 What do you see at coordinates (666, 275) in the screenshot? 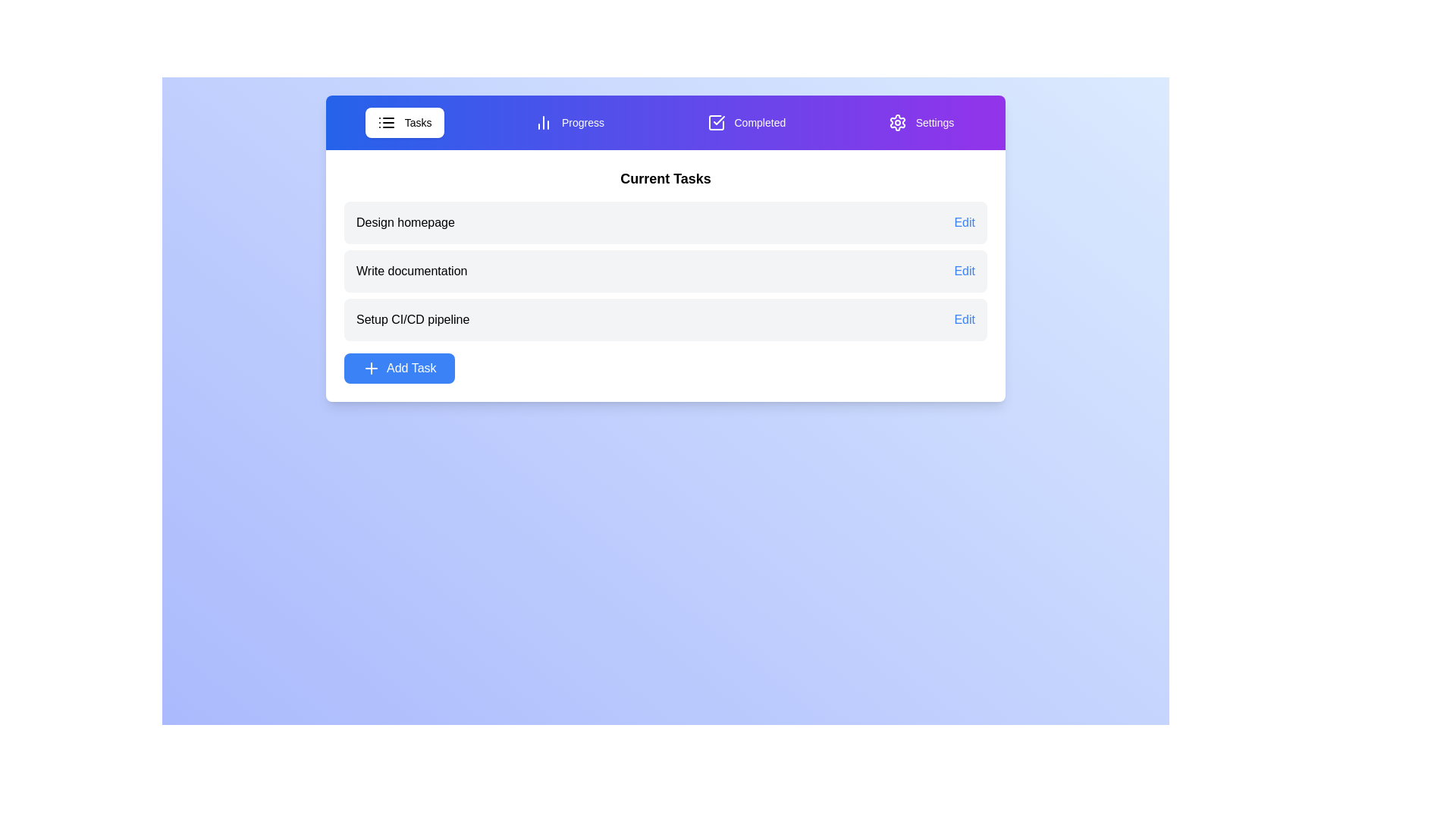
I see `a task in the 'Current Tasks' section` at bounding box center [666, 275].